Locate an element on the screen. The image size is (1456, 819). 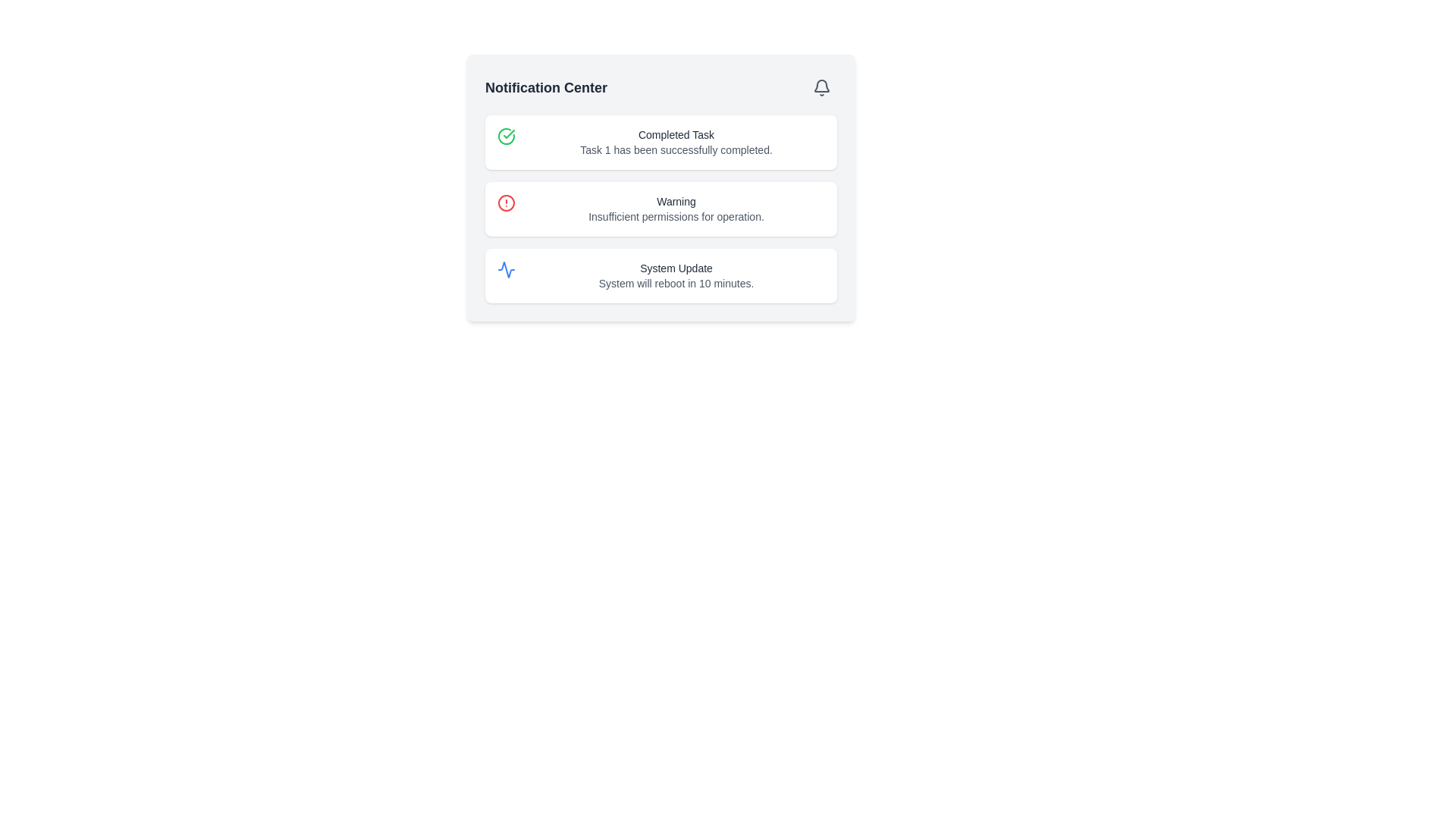
the SVG circle element that signifies a warning within the second notification card in the notification center is located at coordinates (506, 202).